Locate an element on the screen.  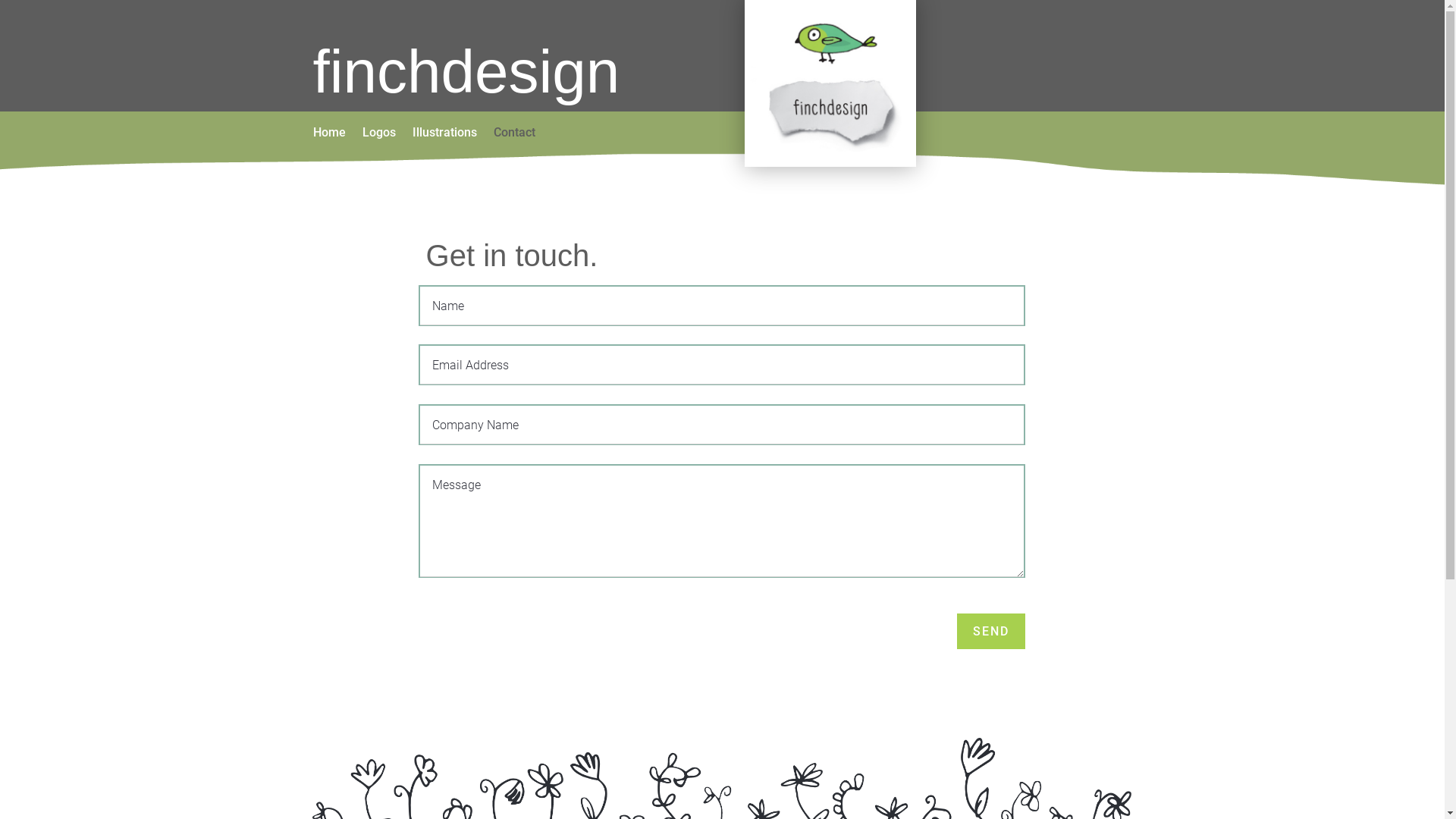
'SEND' is located at coordinates (990, 631).